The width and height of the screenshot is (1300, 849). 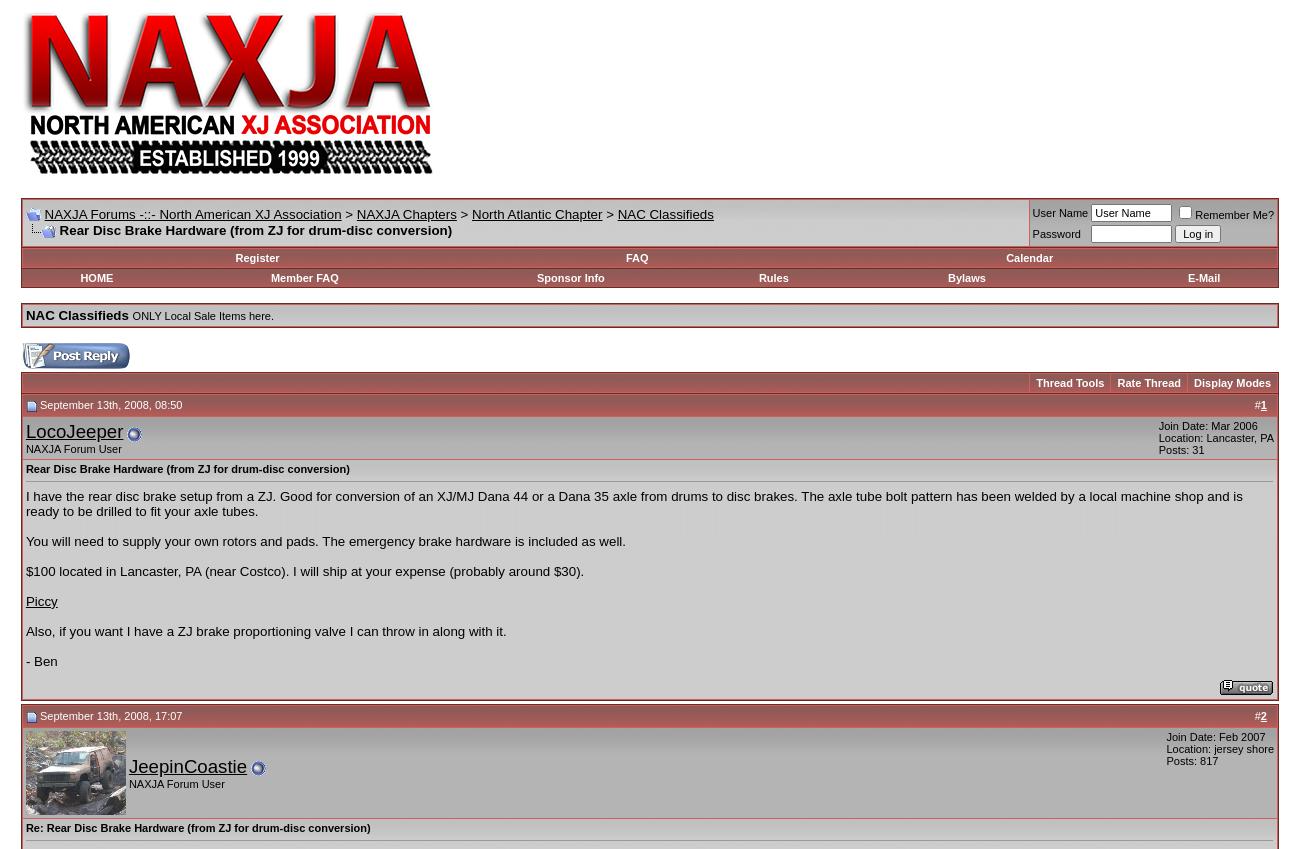 What do you see at coordinates (39, 599) in the screenshot?
I see `'Piccy'` at bounding box center [39, 599].